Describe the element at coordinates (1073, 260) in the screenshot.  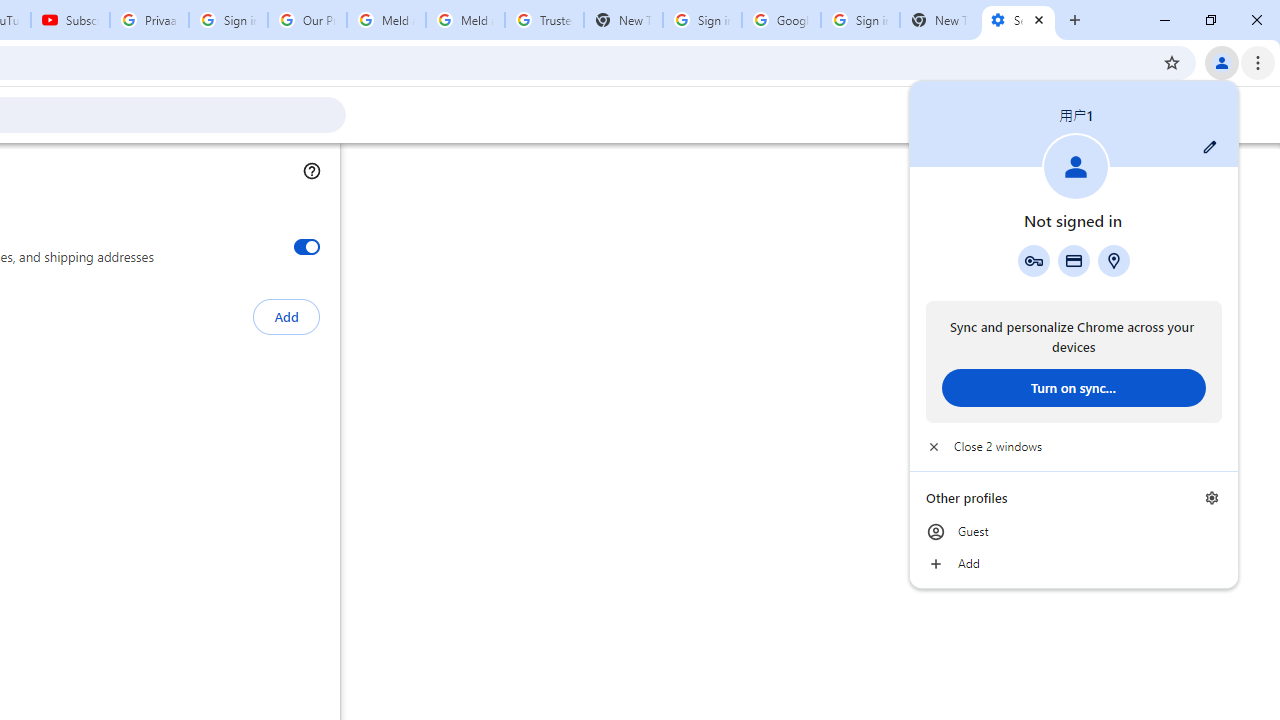
I see `'Payment methods'` at that location.